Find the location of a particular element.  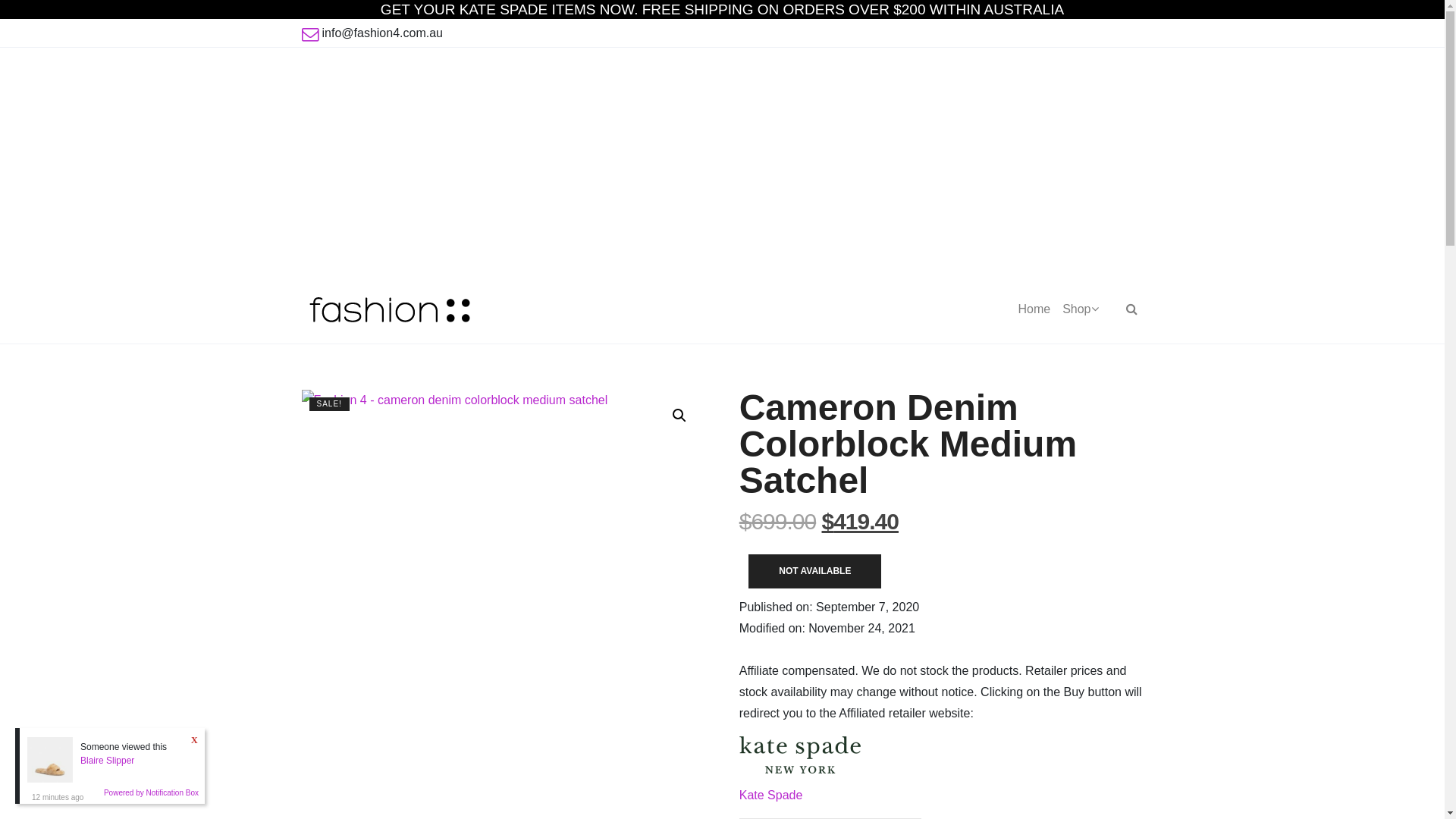

'Home' is located at coordinates (1012, 309).